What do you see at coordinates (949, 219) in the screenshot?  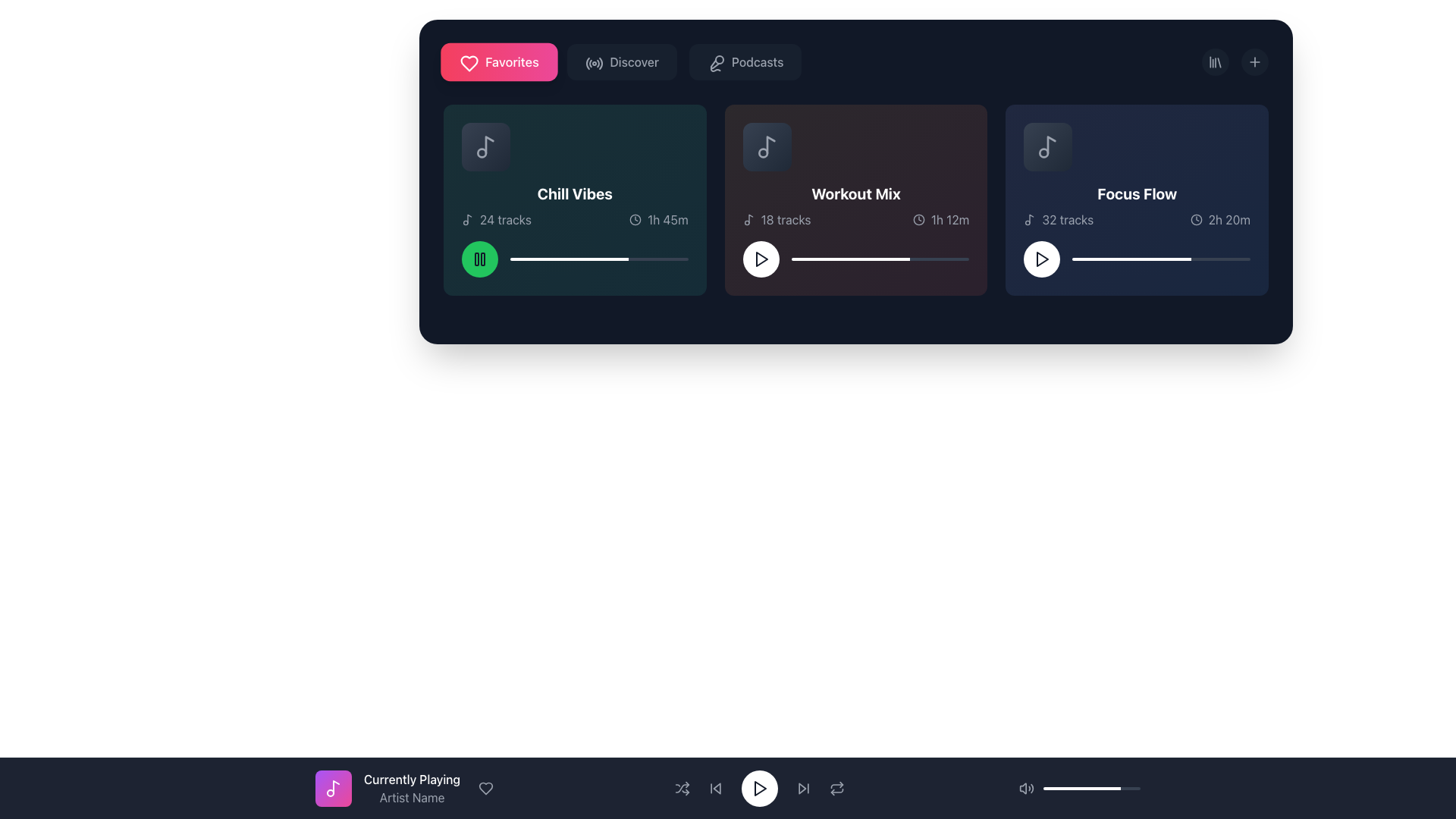 I see `static text label displaying '1h 12m' located to the right of the clock icon within the 'Workout Mix' card` at bounding box center [949, 219].